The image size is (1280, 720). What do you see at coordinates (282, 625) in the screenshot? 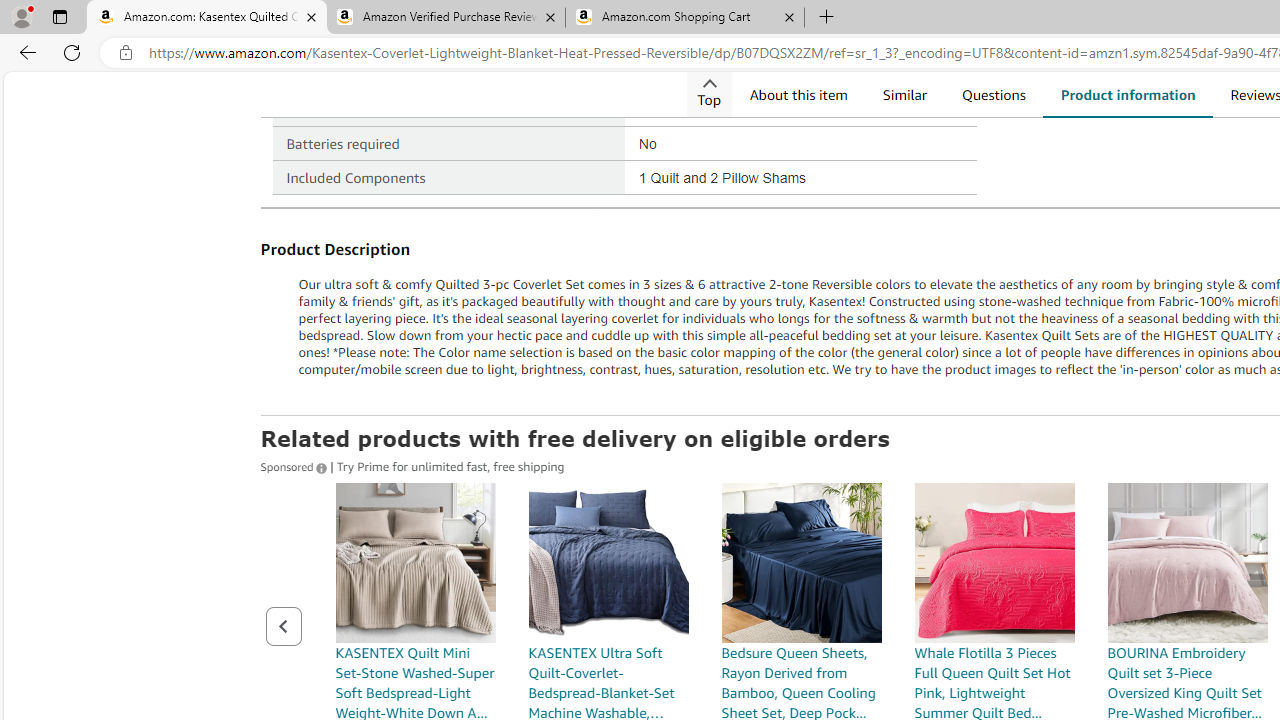
I see `'Previous page of related Sponsored Products'` at bounding box center [282, 625].